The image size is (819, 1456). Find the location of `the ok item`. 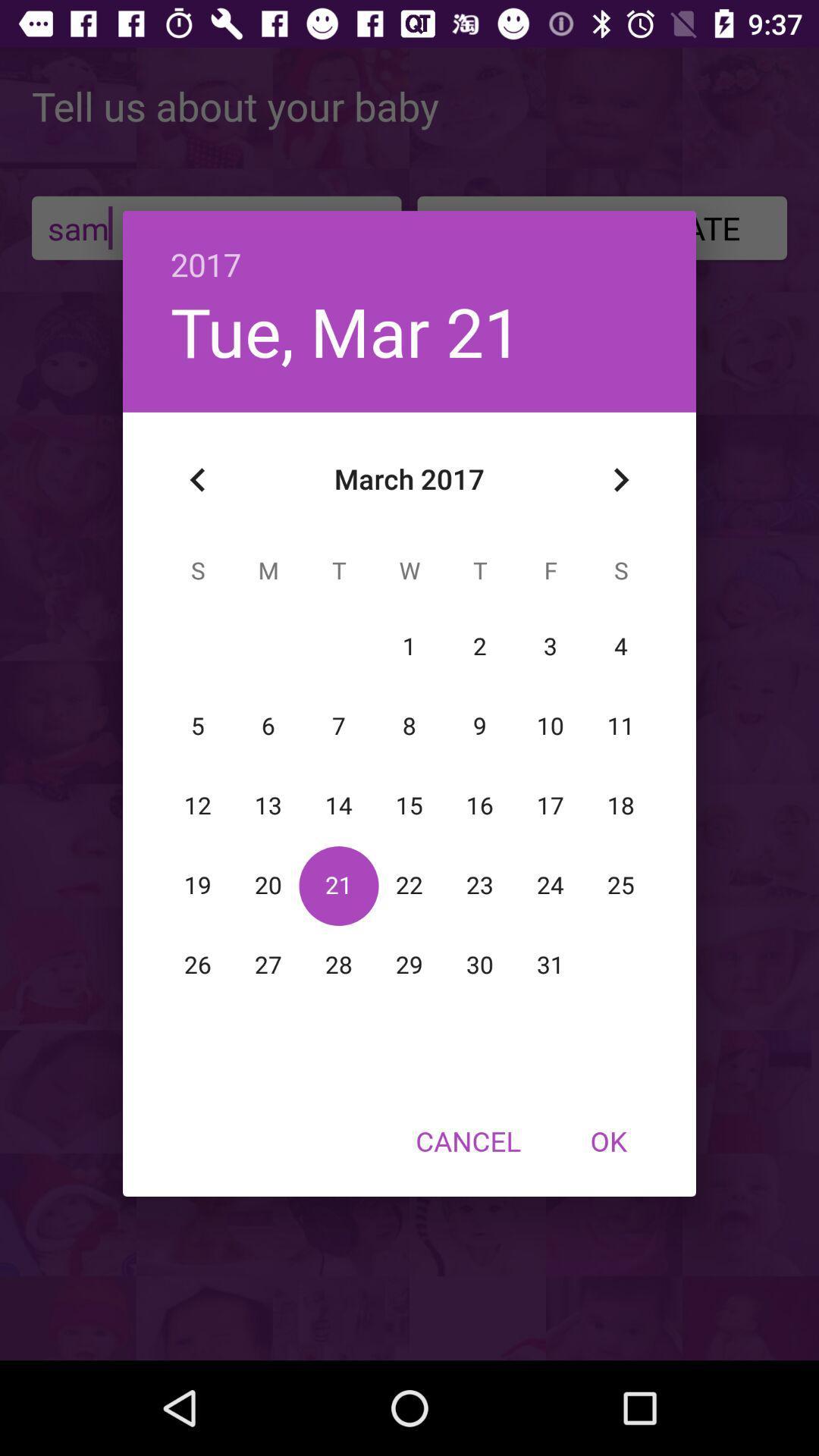

the ok item is located at coordinates (607, 1141).